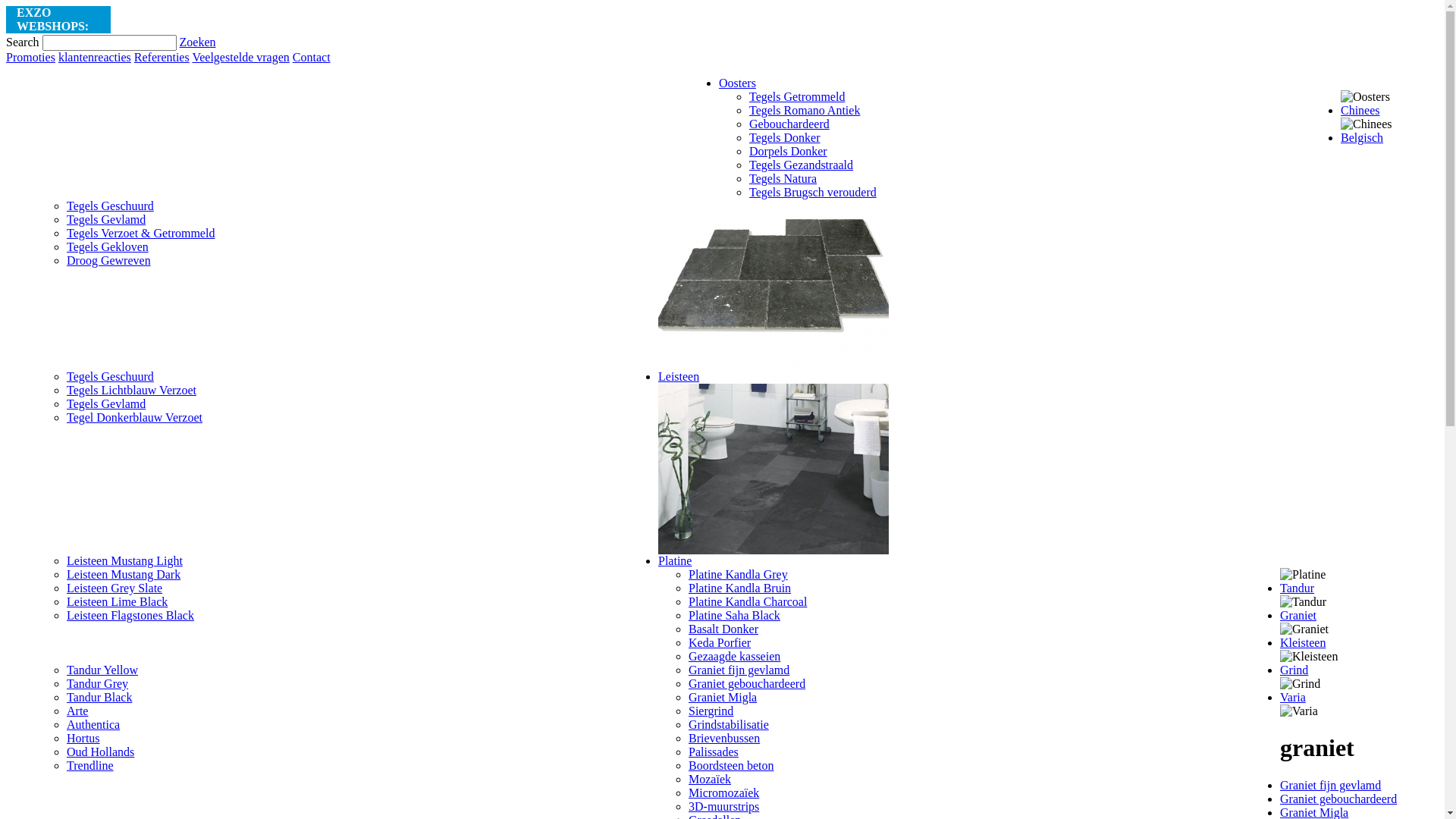 The image size is (1456, 819). I want to click on 'Grindstabilisatie', so click(728, 723).